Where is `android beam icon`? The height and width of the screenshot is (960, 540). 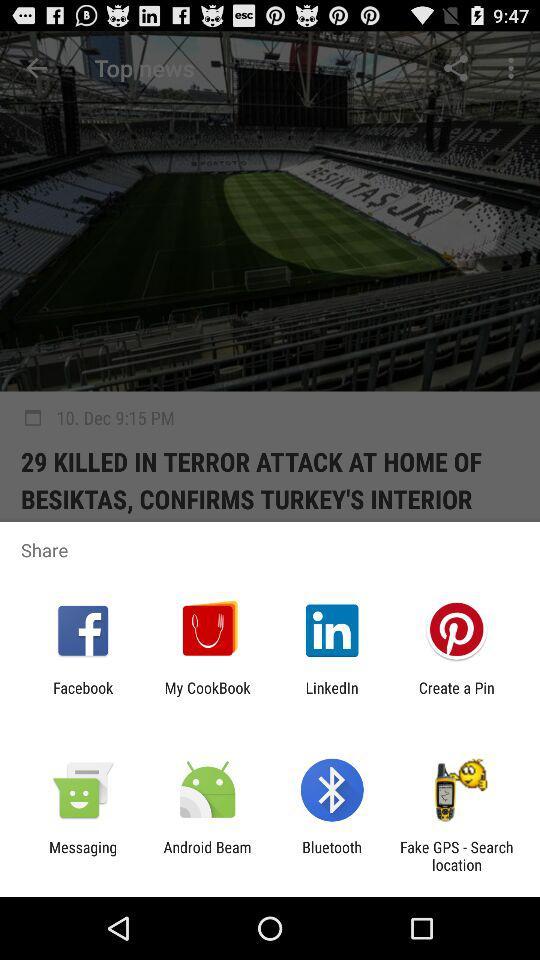
android beam icon is located at coordinates (206, 855).